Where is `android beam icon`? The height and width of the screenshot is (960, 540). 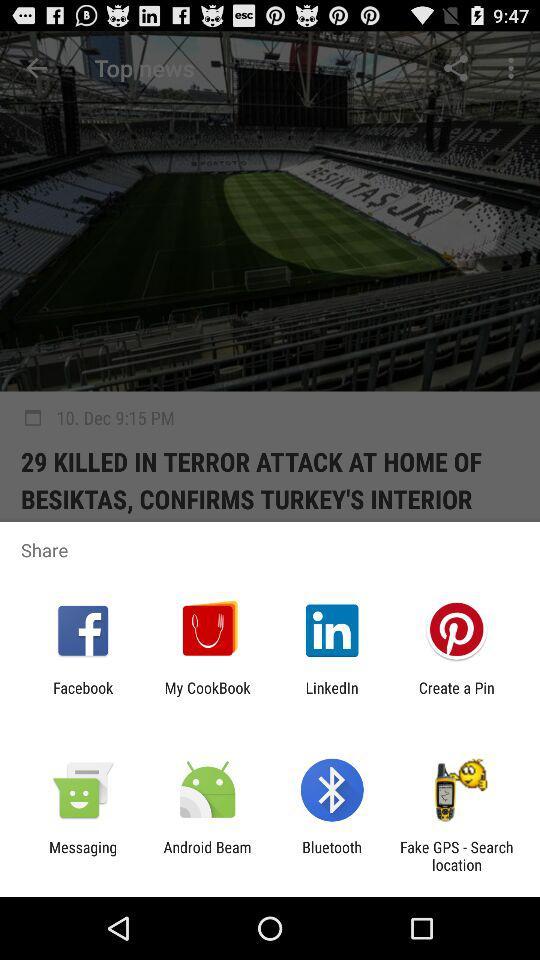
android beam icon is located at coordinates (206, 855).